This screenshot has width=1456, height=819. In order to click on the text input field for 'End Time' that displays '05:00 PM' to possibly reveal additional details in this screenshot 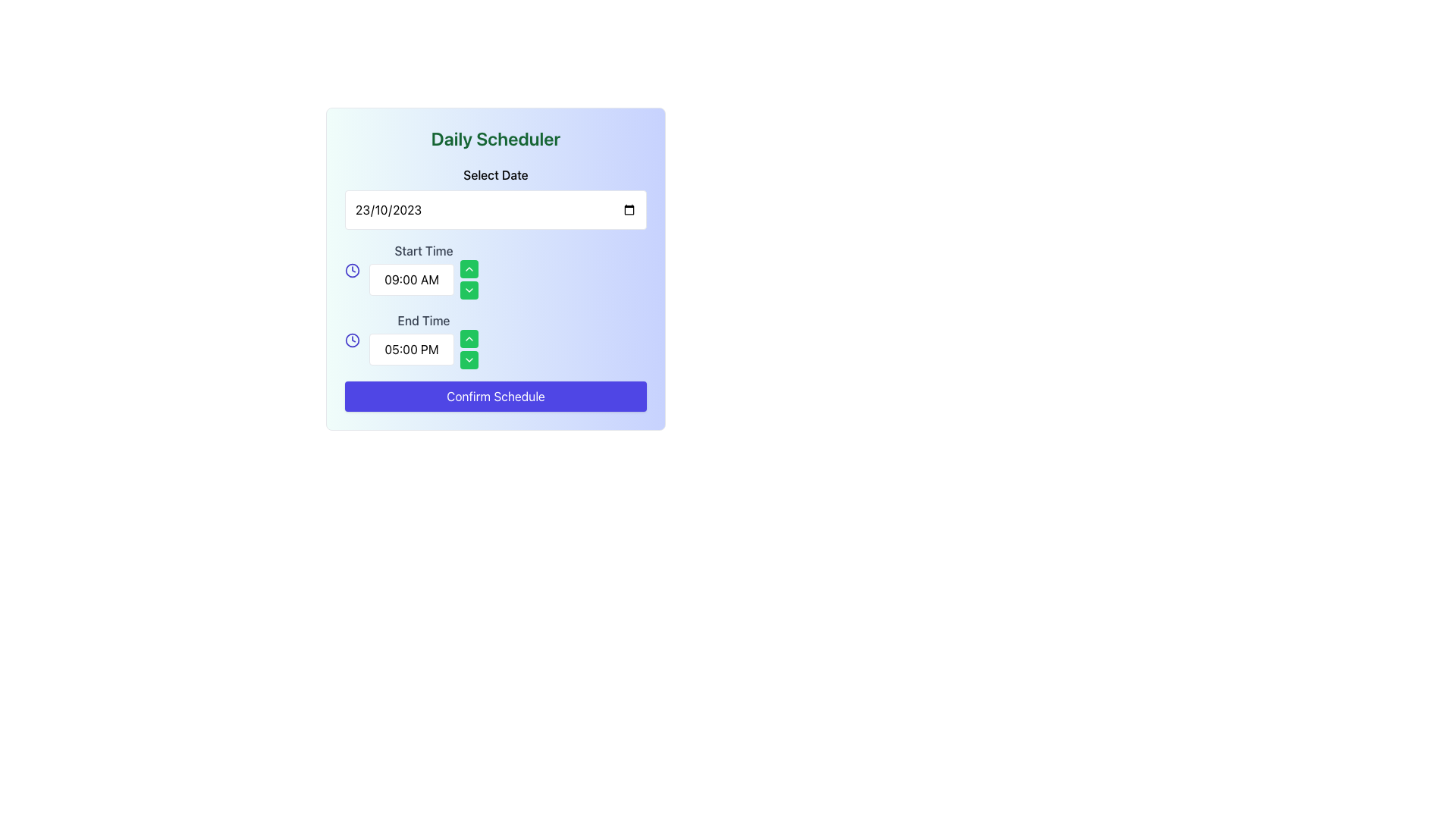, I will do `click(423, 350)`.